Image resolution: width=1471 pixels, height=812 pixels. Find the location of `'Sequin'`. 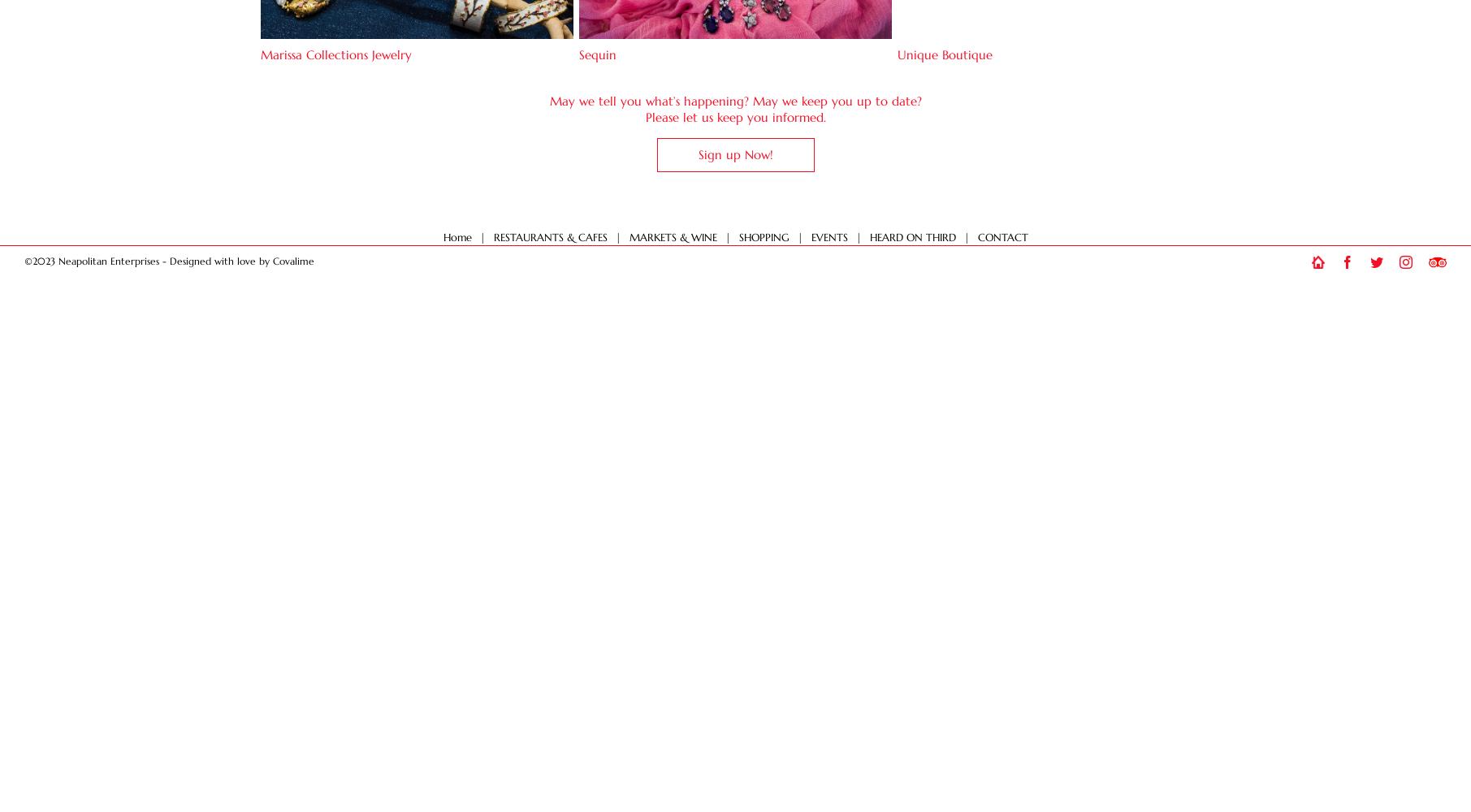

'Sequin' is located at coordinates (596, 54).